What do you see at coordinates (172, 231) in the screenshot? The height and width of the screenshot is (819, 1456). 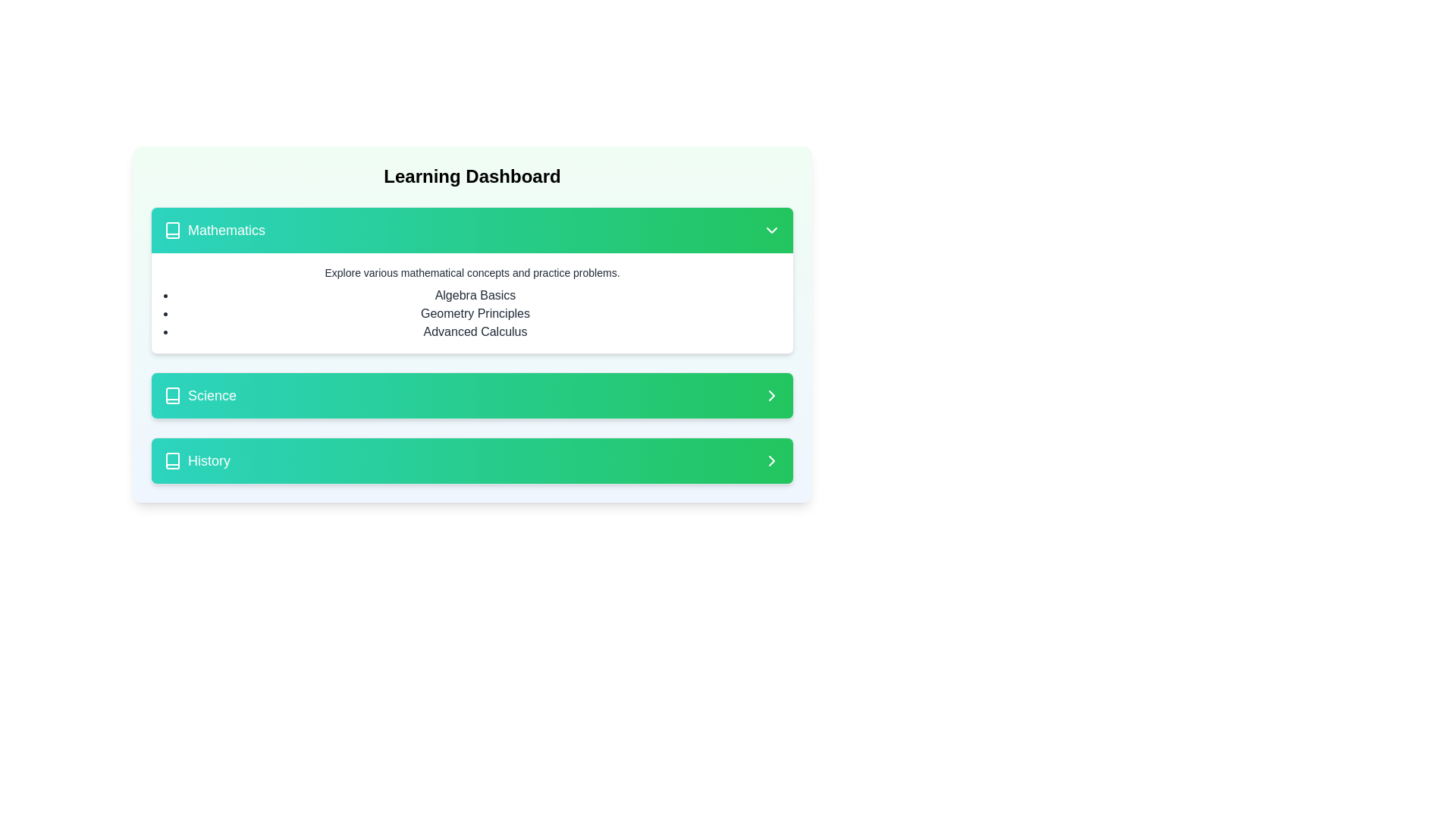 I see `the book-like icon with a minimalist design located next to the text 'Mathematics' in the header section` at bounding box center [172, 231].